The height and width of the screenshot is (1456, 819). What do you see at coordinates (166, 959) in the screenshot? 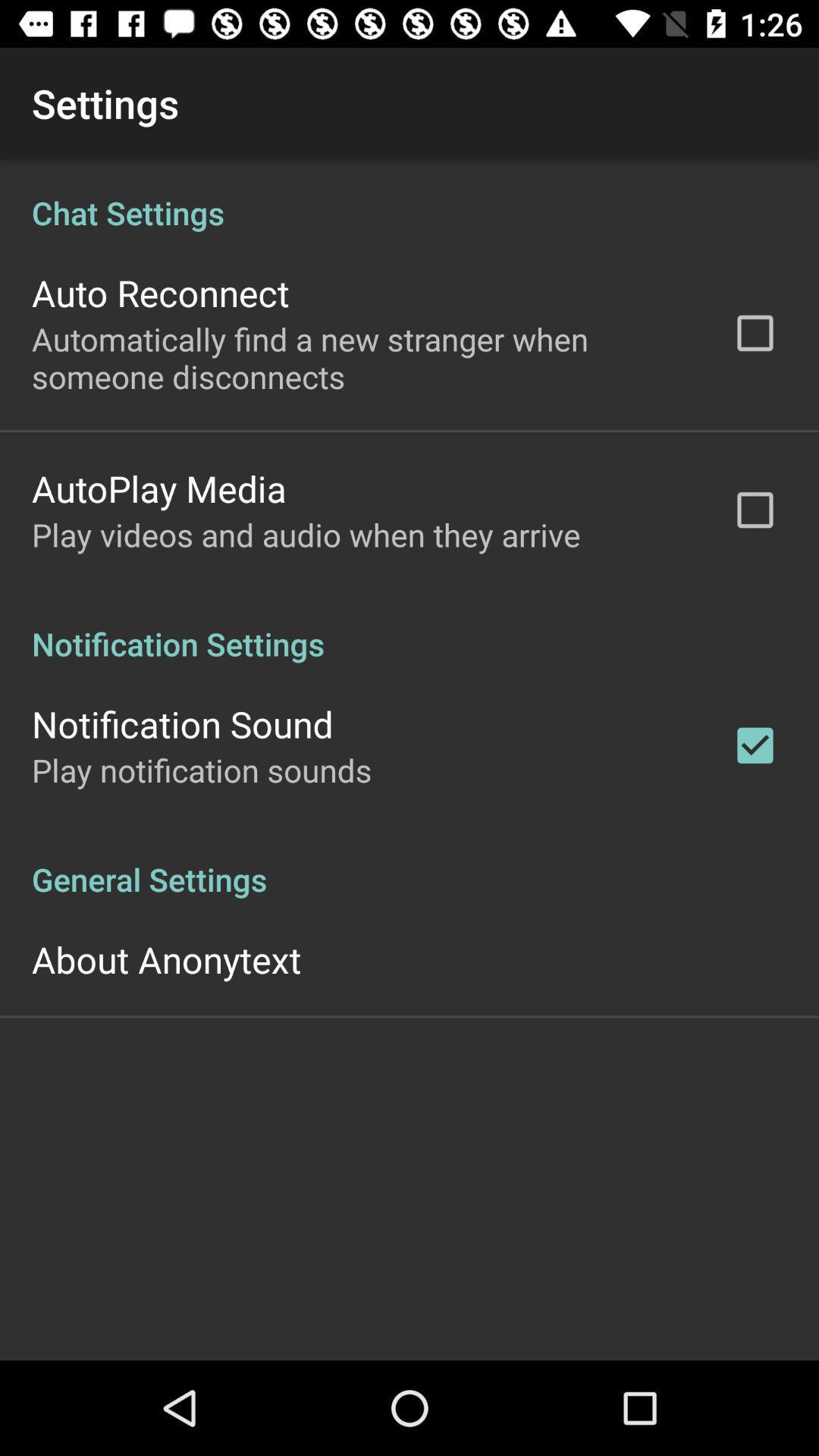
I see `the about anonytext icon` at bounding box center [166, 959].